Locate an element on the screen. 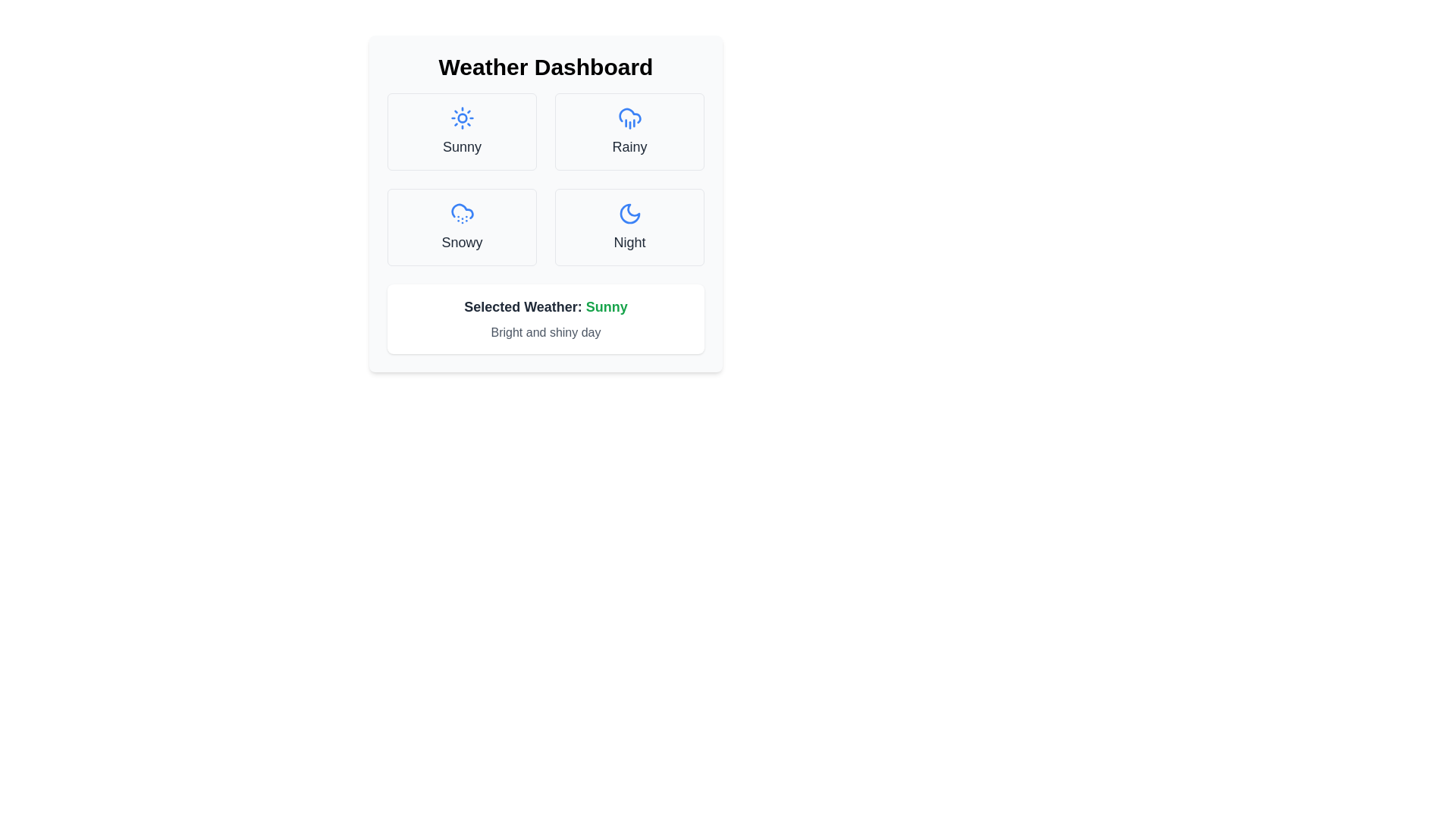  the 'Snowy' weather option text, which is styled in bold gray font and located in the bottom-left of the weather selection grid is located at coordinates (461, 242).